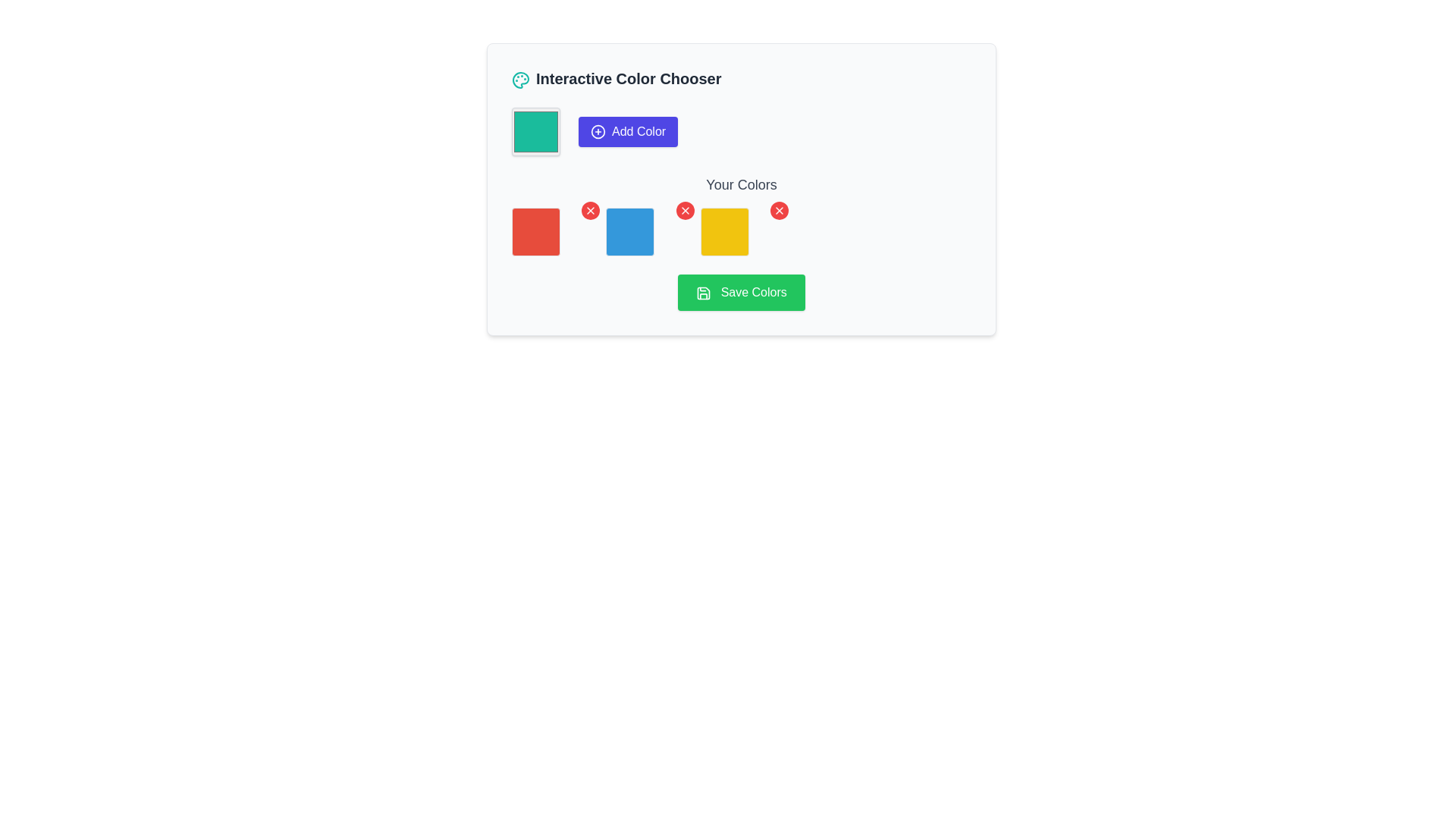  I want to click on the circular icon with a plus symbol located within the 'Add Color' button, which is prominently displayed in the top row of interactive elements, so click(597, 130).